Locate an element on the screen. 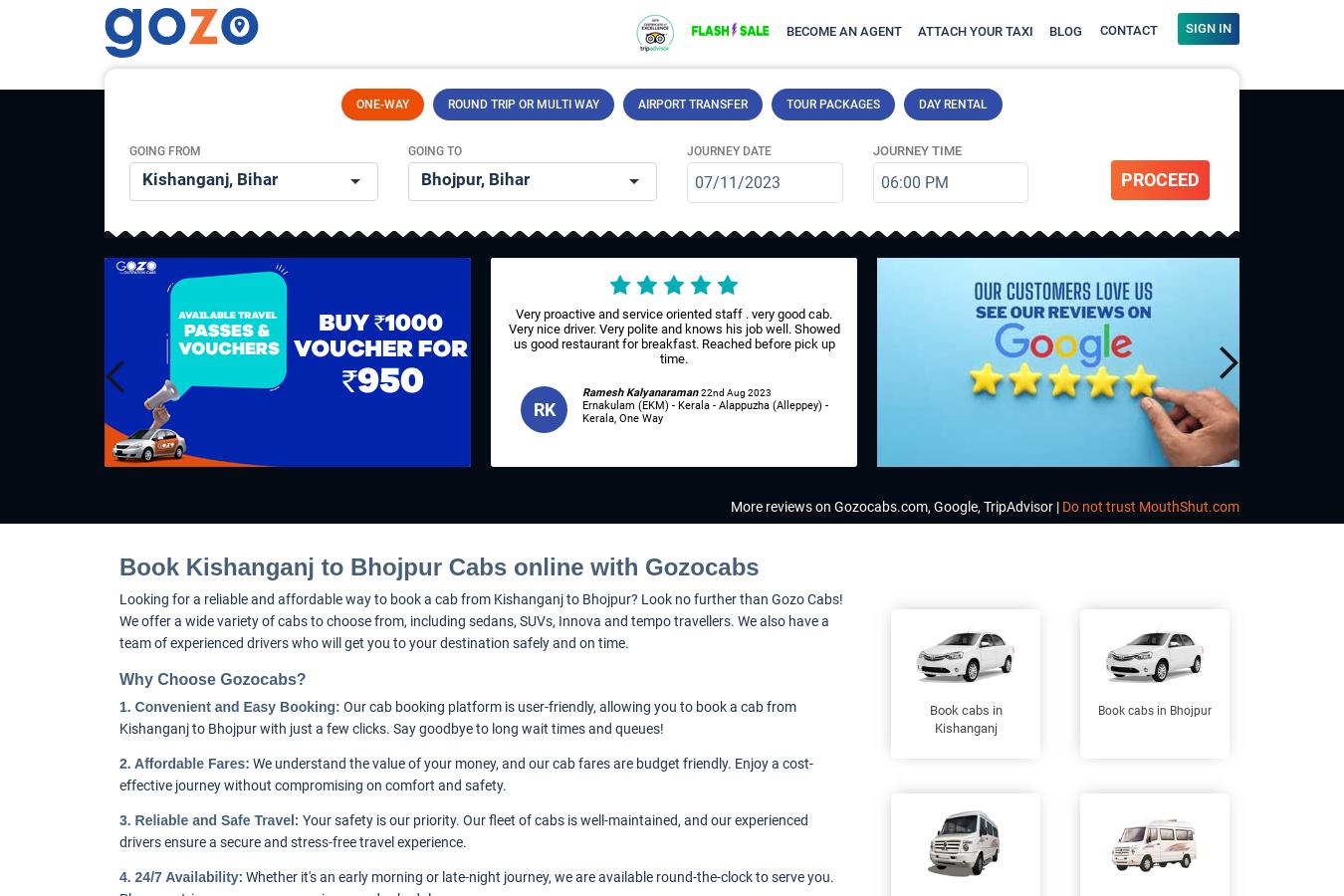 The width and height of the screenshot is (1344, 896). '4. 24/7 Availability:' is located at coordinates (180, 877).